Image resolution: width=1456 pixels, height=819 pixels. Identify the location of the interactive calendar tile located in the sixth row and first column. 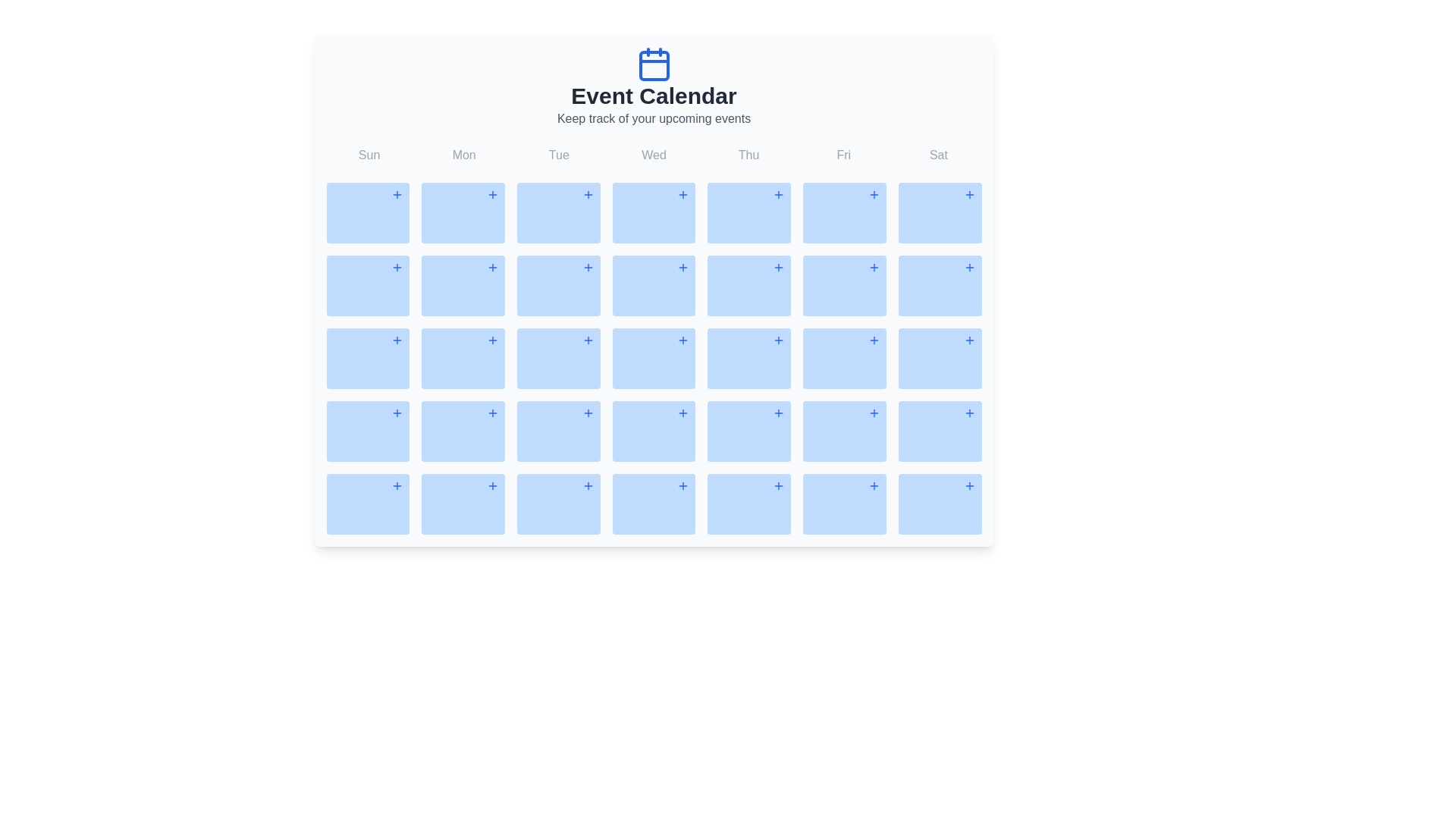
(368, 431).